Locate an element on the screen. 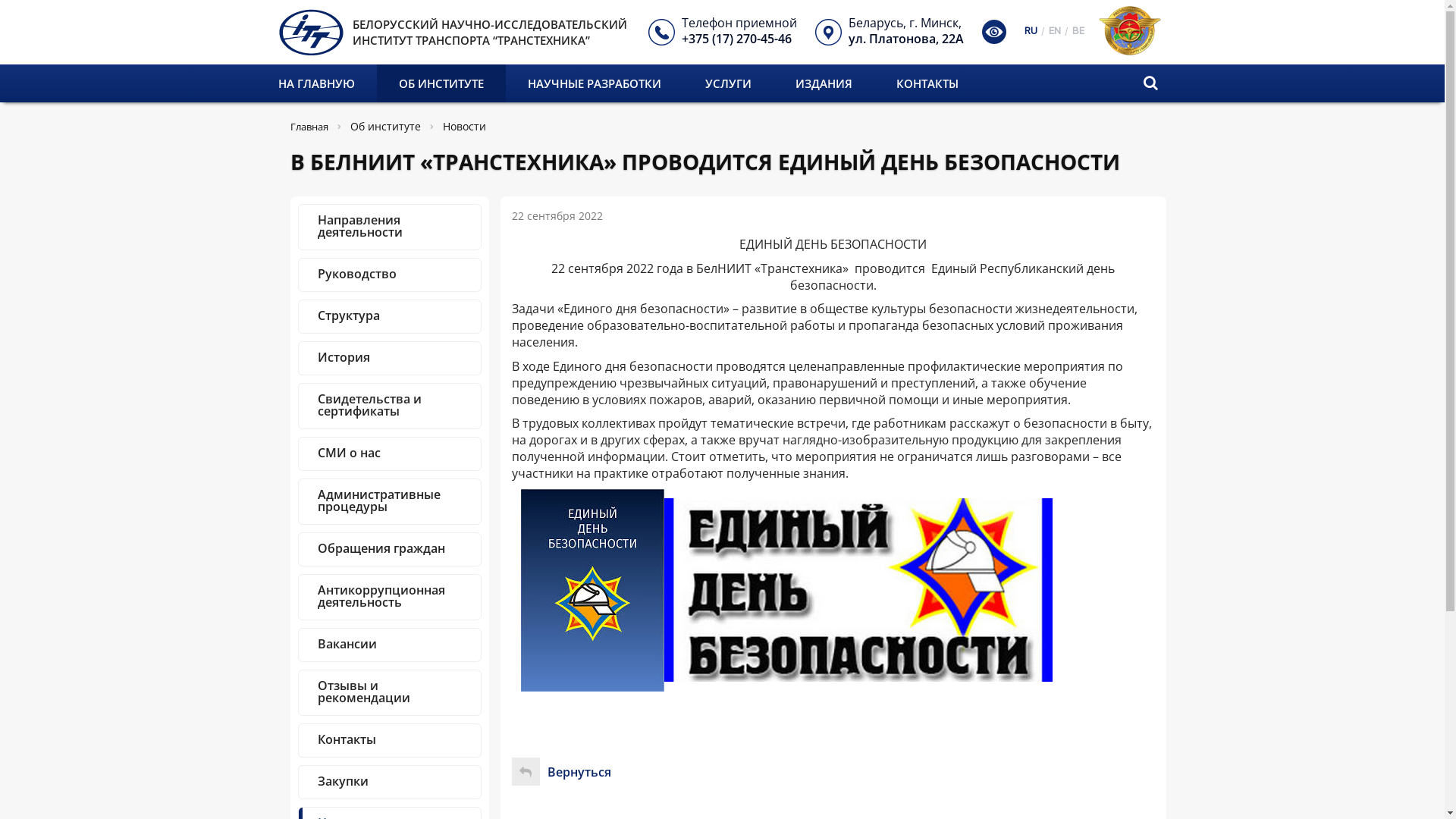 Image resolution: width=1456 pixels, height=819 pixels. 'BE' is located at coordinates (1077, 28).